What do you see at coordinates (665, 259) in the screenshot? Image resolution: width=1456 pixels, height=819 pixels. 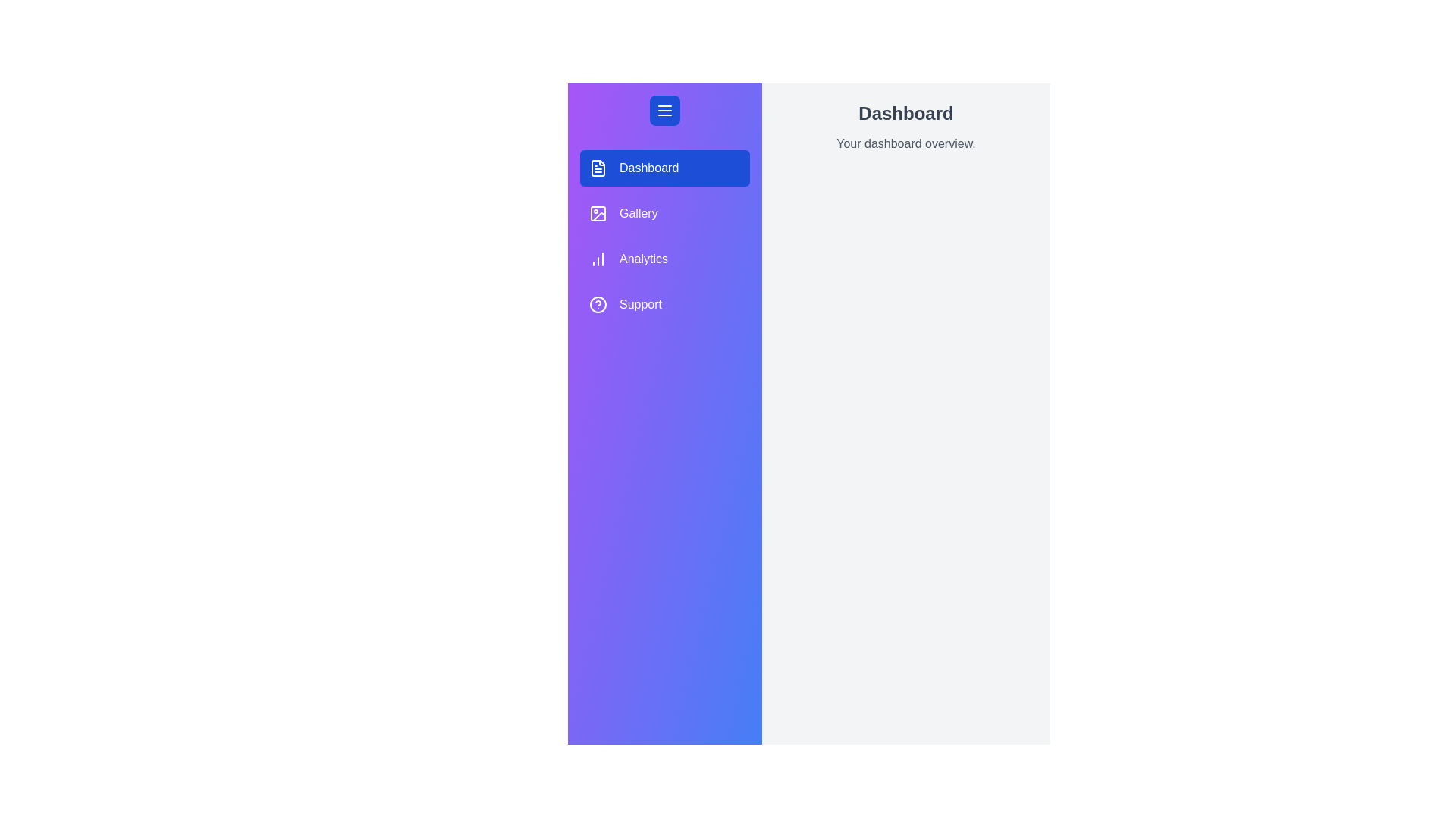 I see `the Analytics tab from the menu` at bounding box center [665, 259].